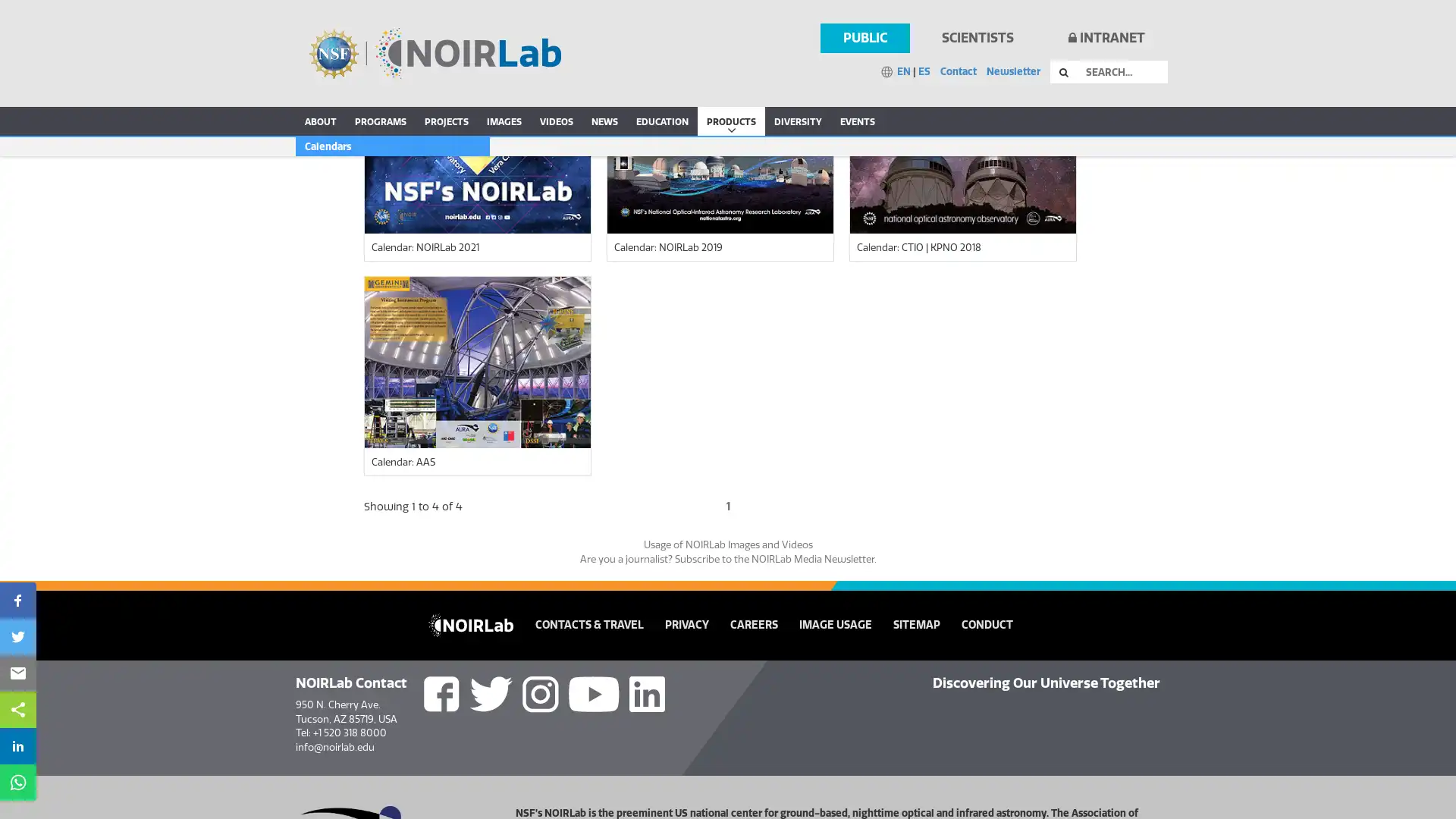 This screenshot has width=1456, height=819. What do you see at coordinates (1106, 37) in the screenshot?
I see `INTRANET` at bounding box center [1106, 37].